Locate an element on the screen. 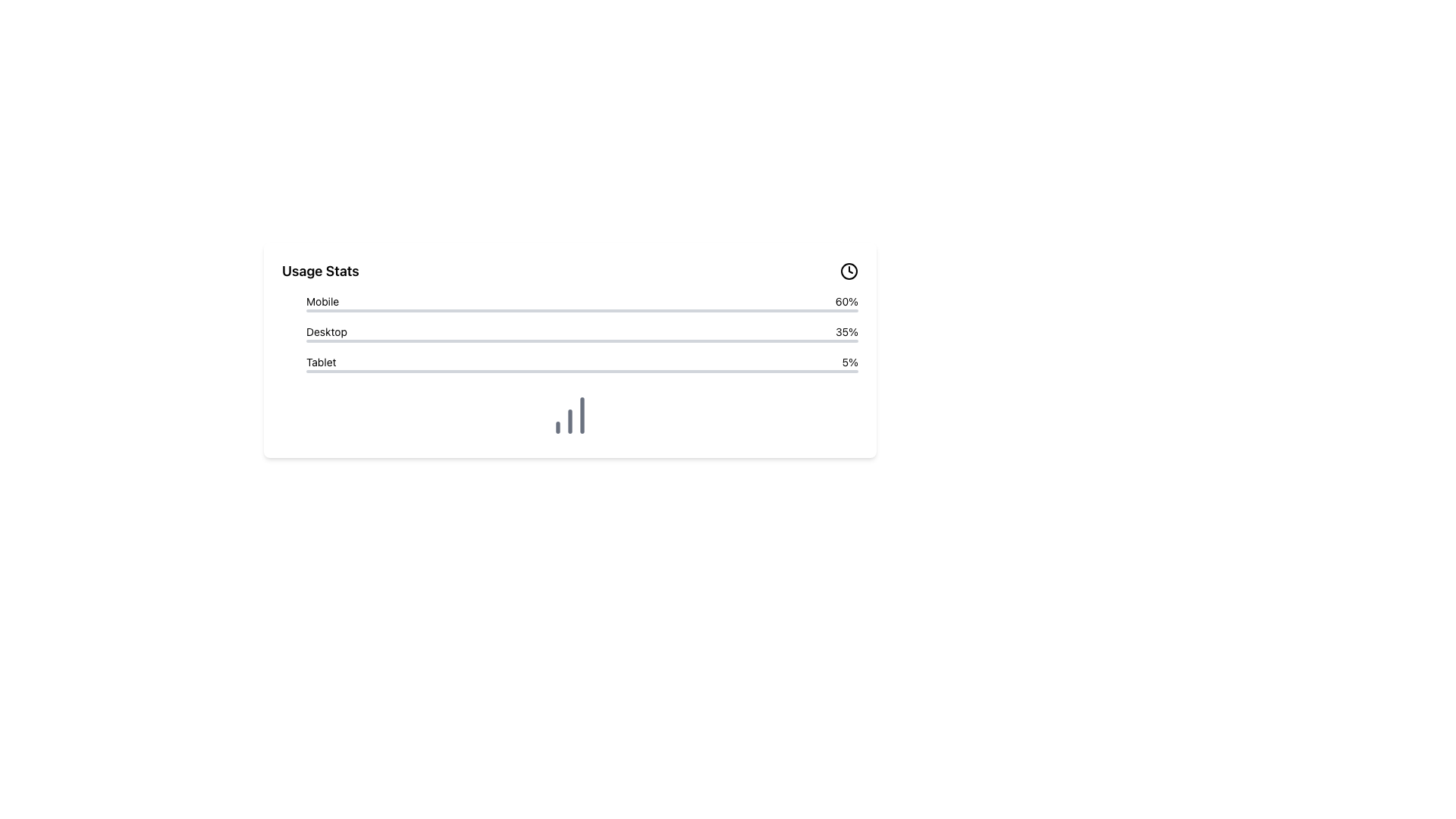 The image size is (1456, 819). width proportion of the horizontal progress bar indicating 35% completion located within the 'Desktop' section, which is visually represented by a green portion against a gray background is located at coordinates (582, 341).